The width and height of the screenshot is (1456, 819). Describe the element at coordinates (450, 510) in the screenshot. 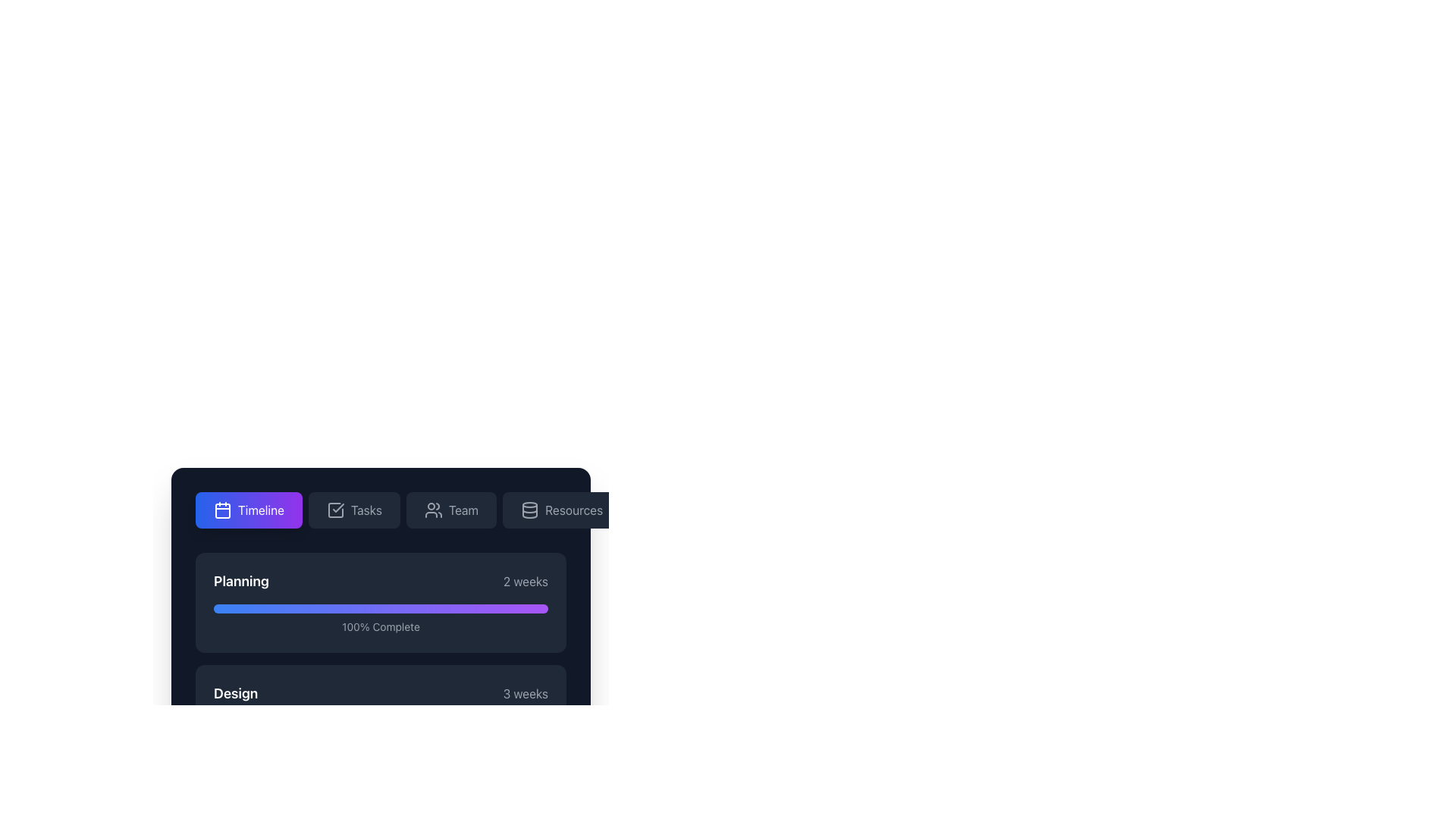

I see `the 'Team' button in the horizontal menu bar` at that location.